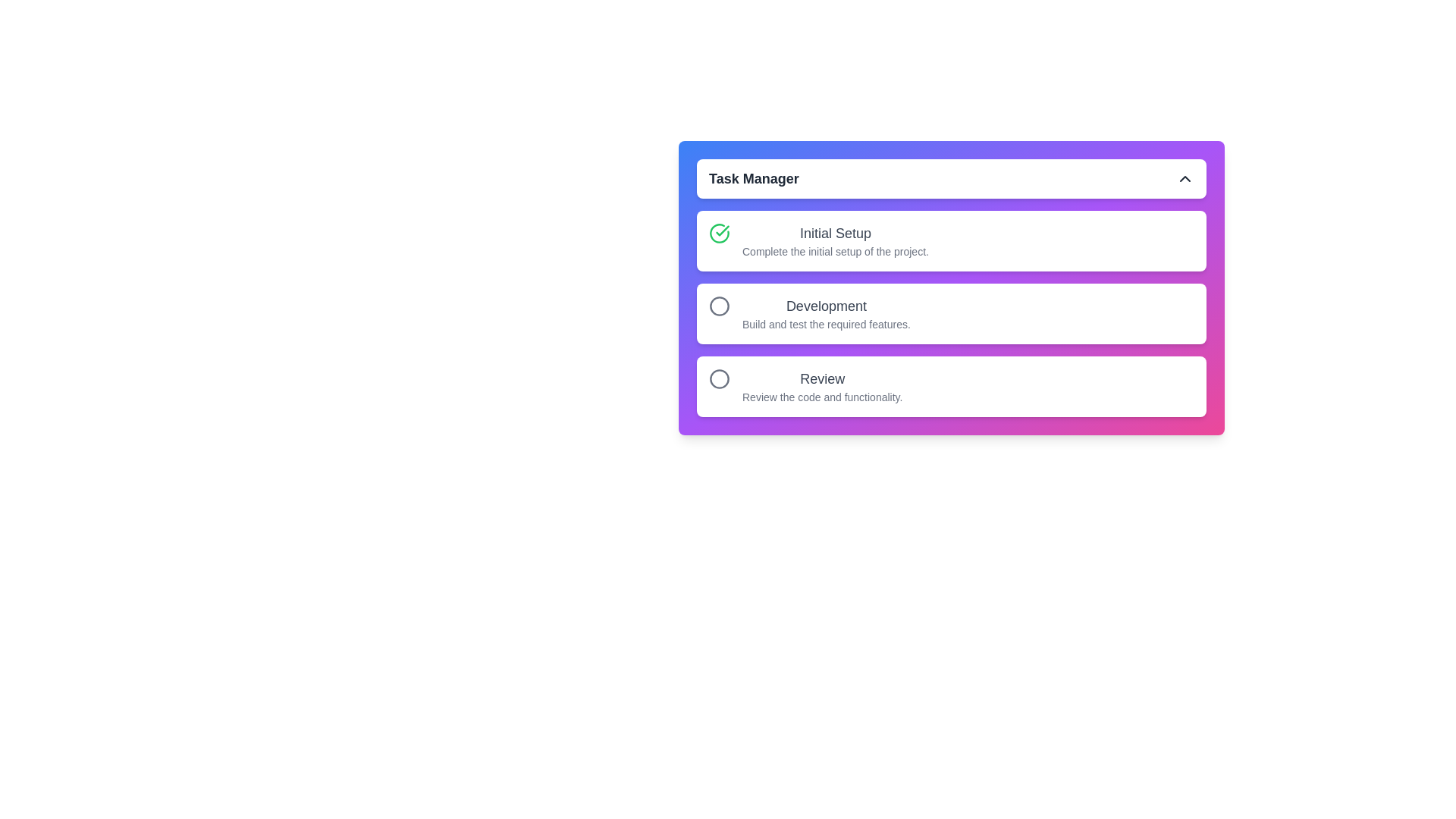 The width and height of the screenshot is (1456, 819). Describe the element at coordinates (821, 385) in the screenshot. I see `the description text of the task 'Review' to inspect its details` at that location.